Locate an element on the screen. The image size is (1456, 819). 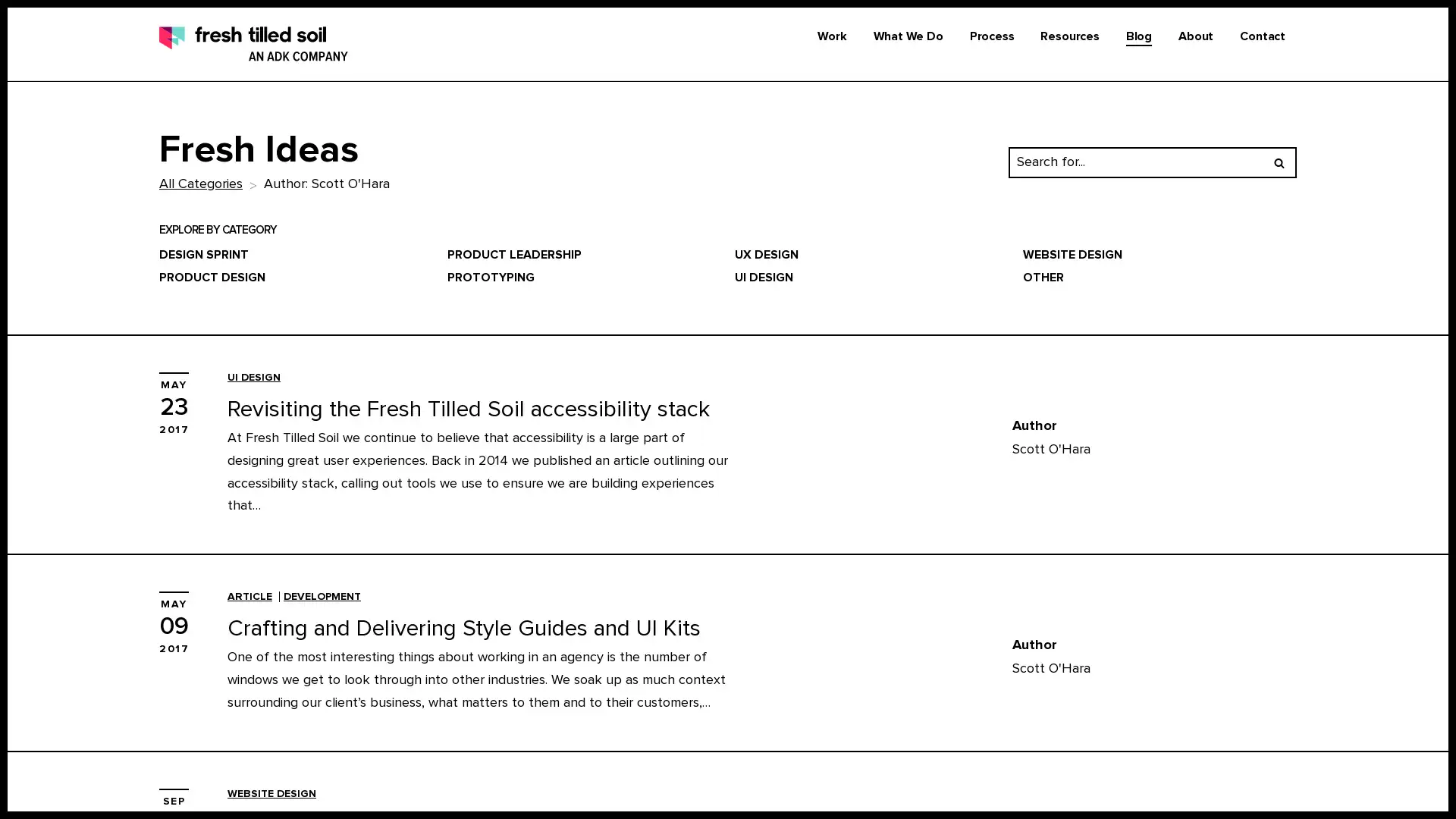
SUBMIT SEARCH is located at coordinates (1278, 161).